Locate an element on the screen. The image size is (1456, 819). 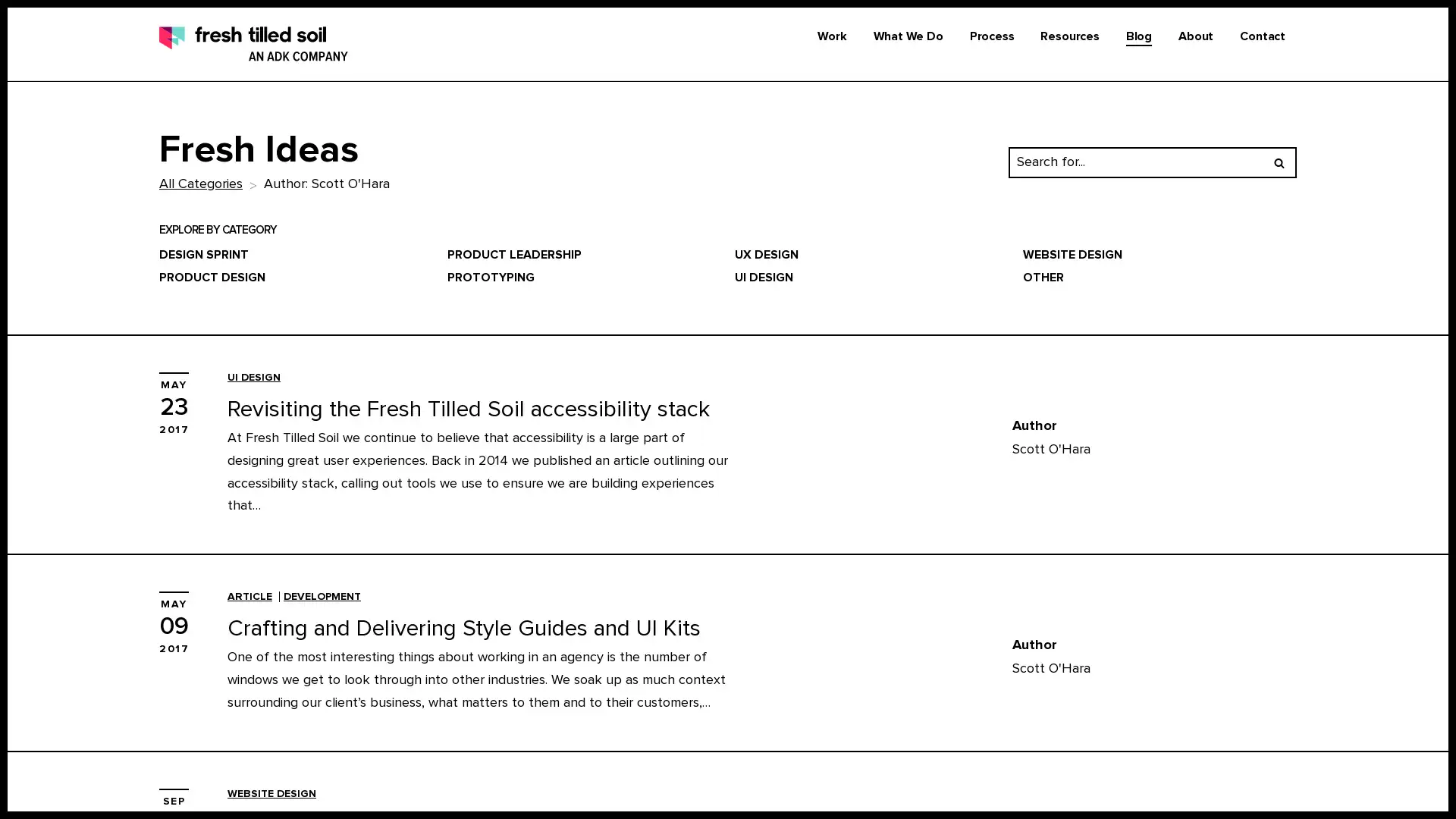
SUBMIT SEARCH is located at coordinates (1278, 161).